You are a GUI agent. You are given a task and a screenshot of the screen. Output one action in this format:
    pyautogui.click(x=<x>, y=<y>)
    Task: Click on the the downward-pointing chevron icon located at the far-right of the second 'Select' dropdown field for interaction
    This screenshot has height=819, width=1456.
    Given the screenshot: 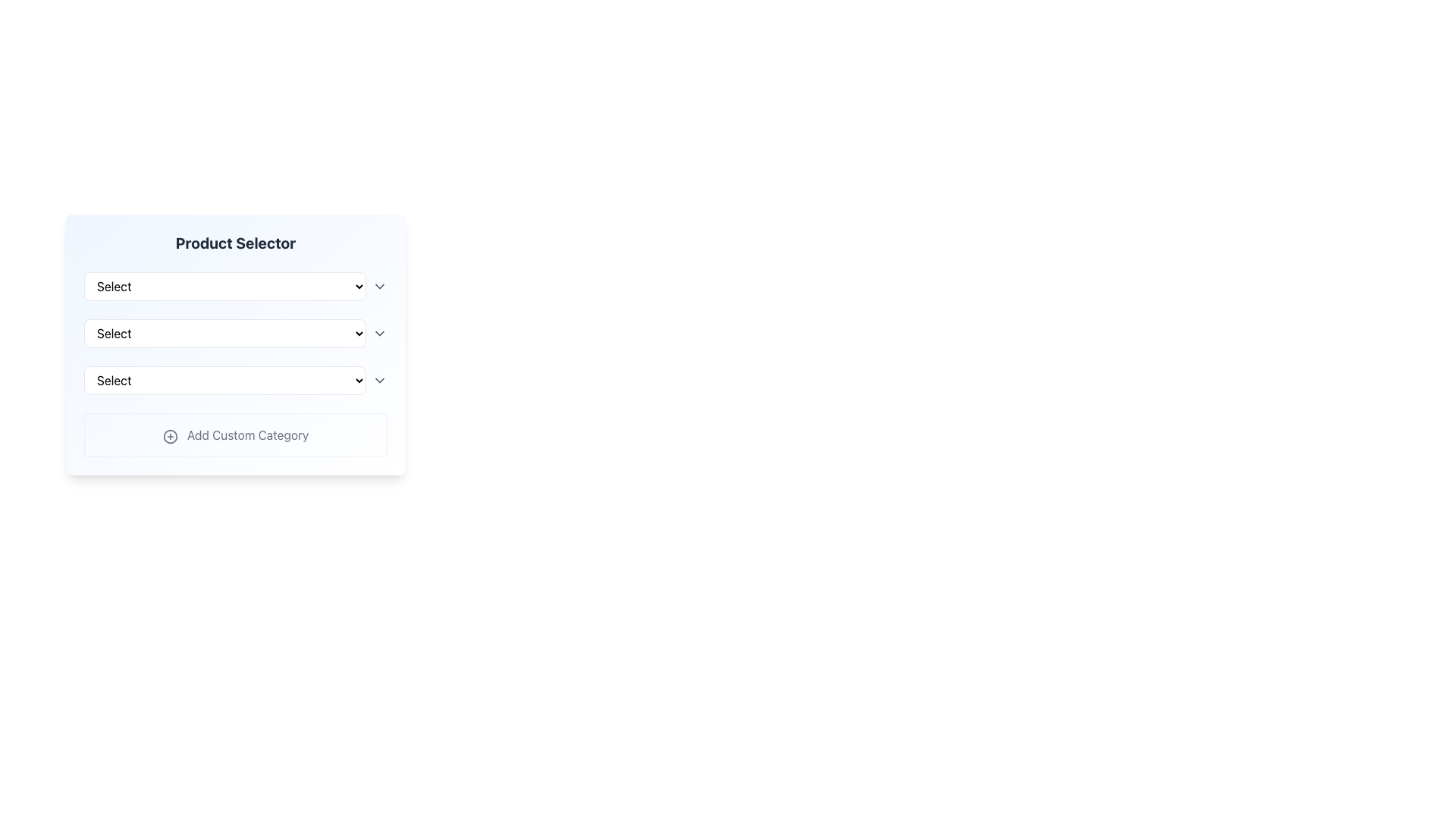 What is the action you would take?
    pyautogui.click(x=379, y=332)
    